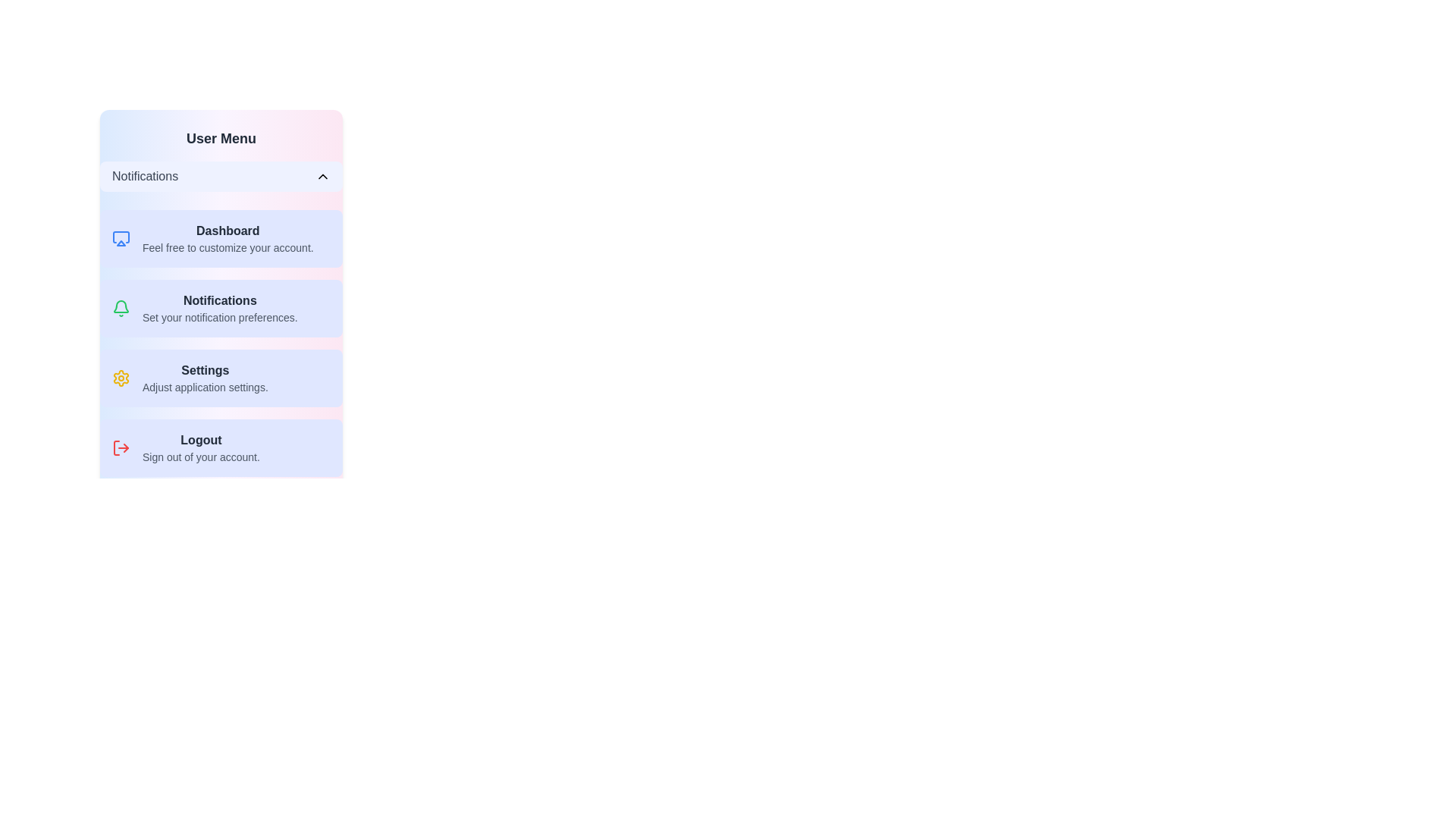 The height and width of the screenshot is (819, 1456). Describe the element at coordinates (120, 447) in the screenshot. I see `the icon associated with the Logout menu item` at that location.